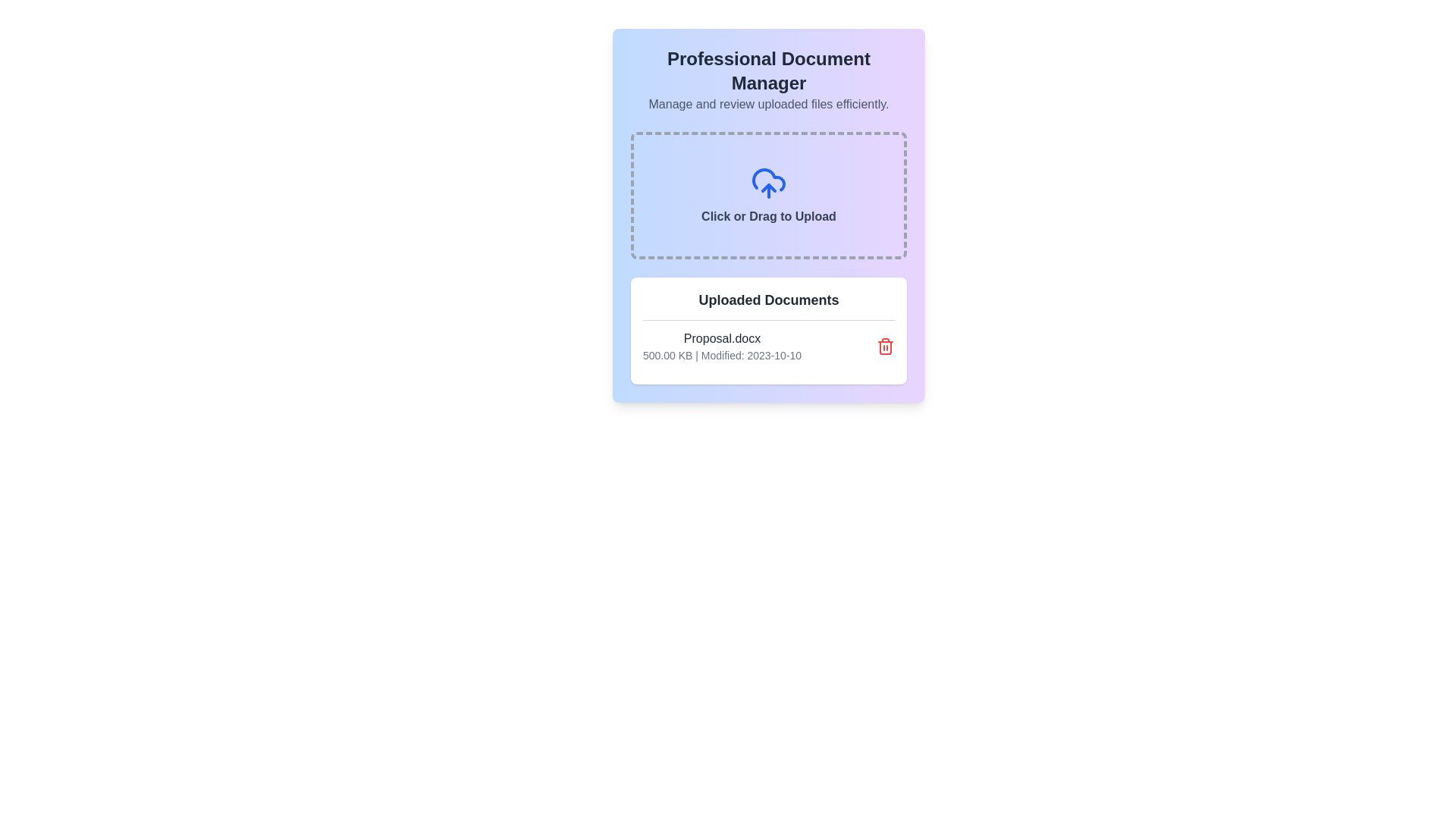  Describe the element at coordinates (768, 346) in the screenshot. I see `the document entry representing 'Proposal.docx'` at that location.